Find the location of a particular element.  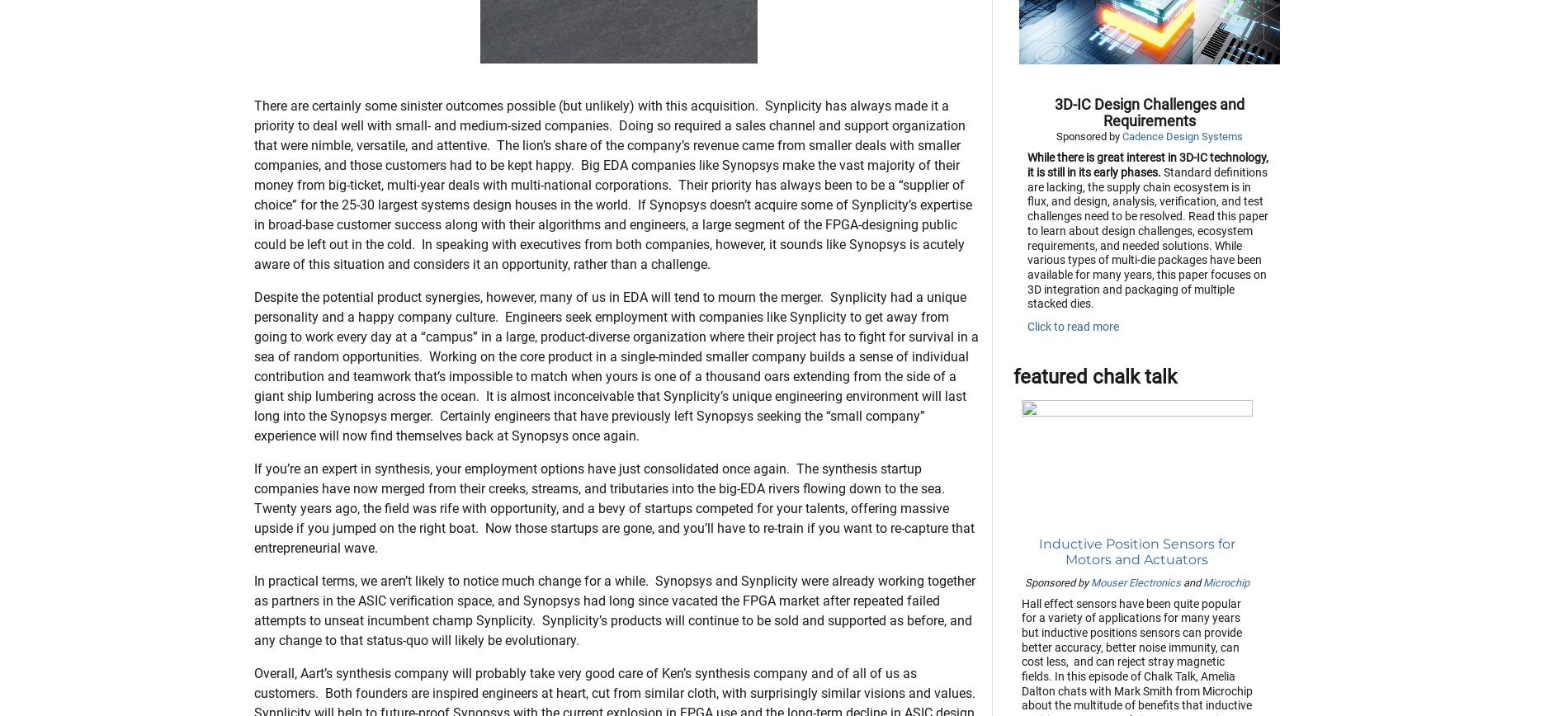

'featured chalk talk' is located at coordinates (1093, 459).